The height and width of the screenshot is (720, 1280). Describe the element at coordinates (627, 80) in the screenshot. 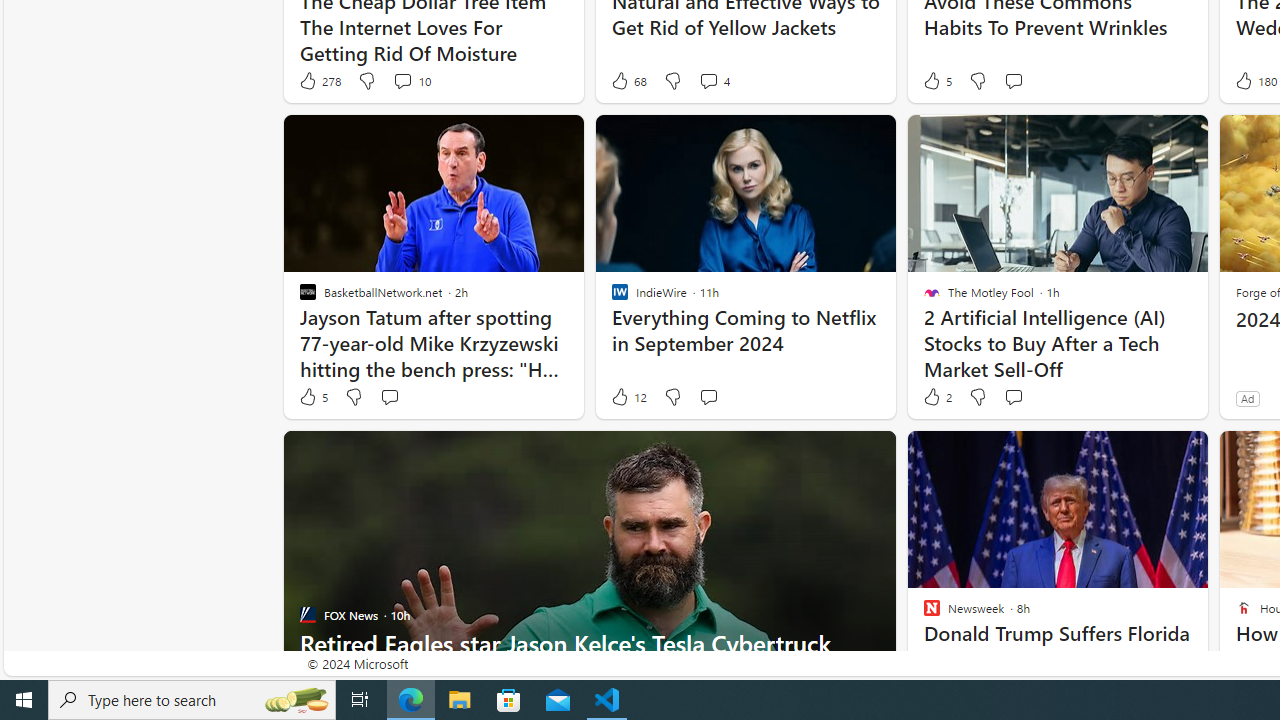

I see `'68 Like'` at that location.